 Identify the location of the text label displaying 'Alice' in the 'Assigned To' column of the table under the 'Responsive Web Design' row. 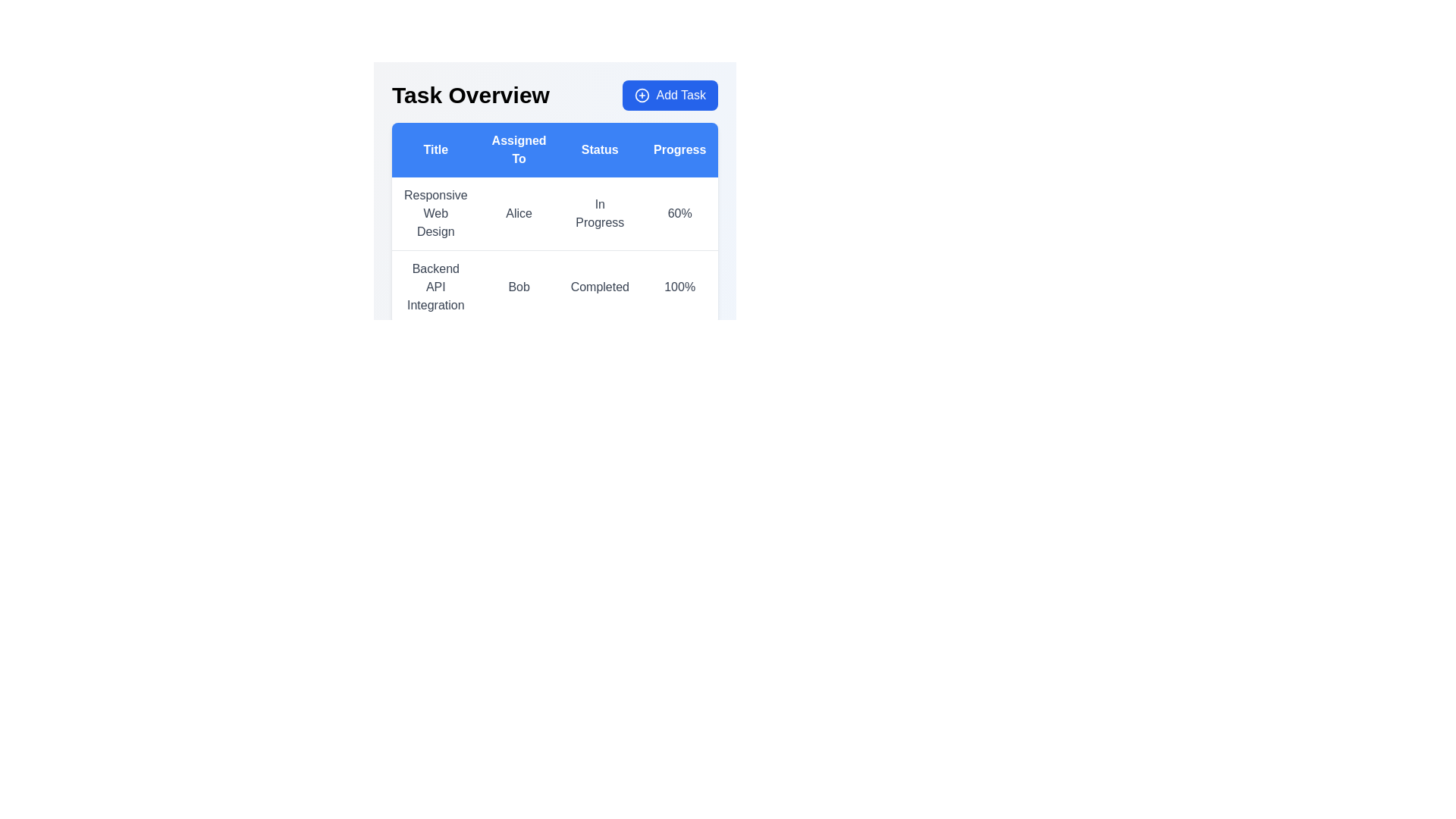
(519, 214).